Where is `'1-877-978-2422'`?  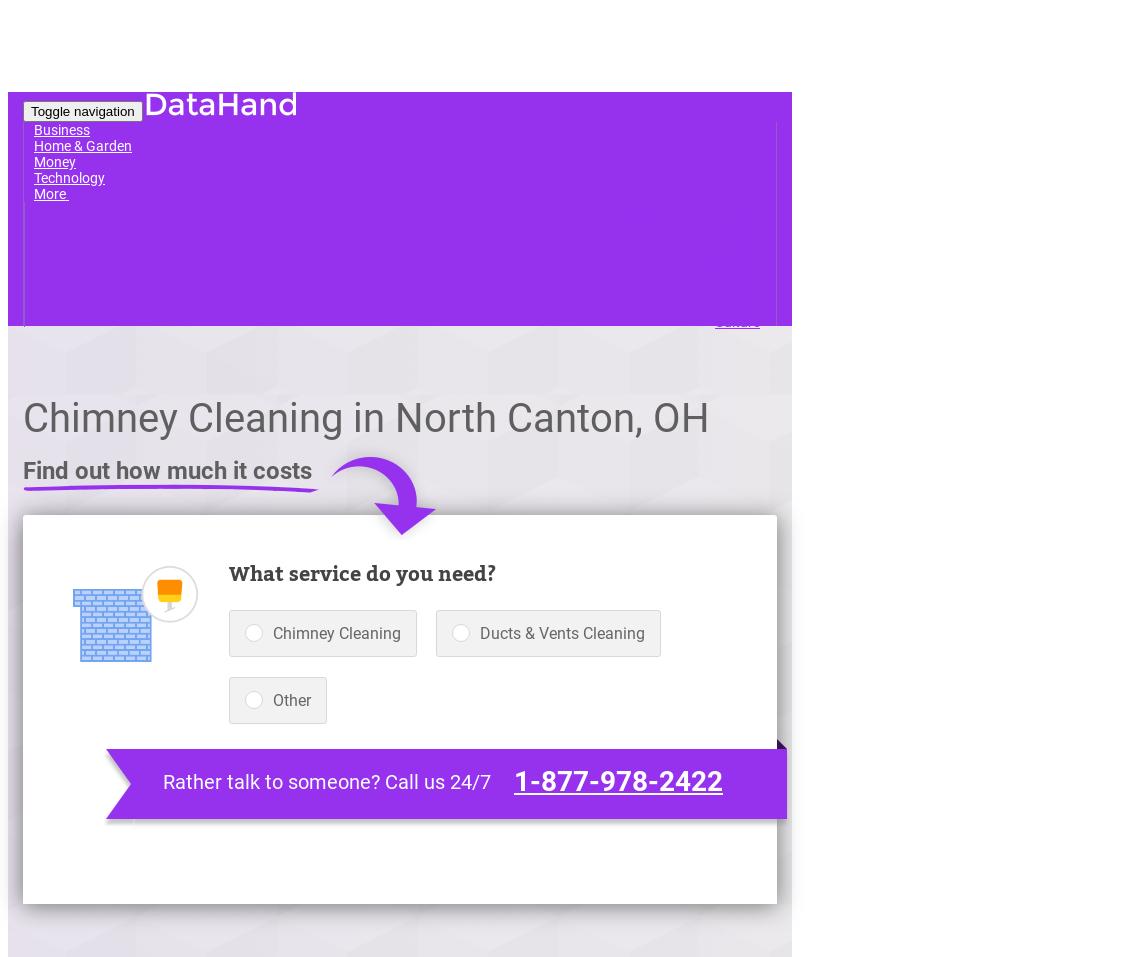 '1-877-978-2422' is located at coordinates (617, 780).